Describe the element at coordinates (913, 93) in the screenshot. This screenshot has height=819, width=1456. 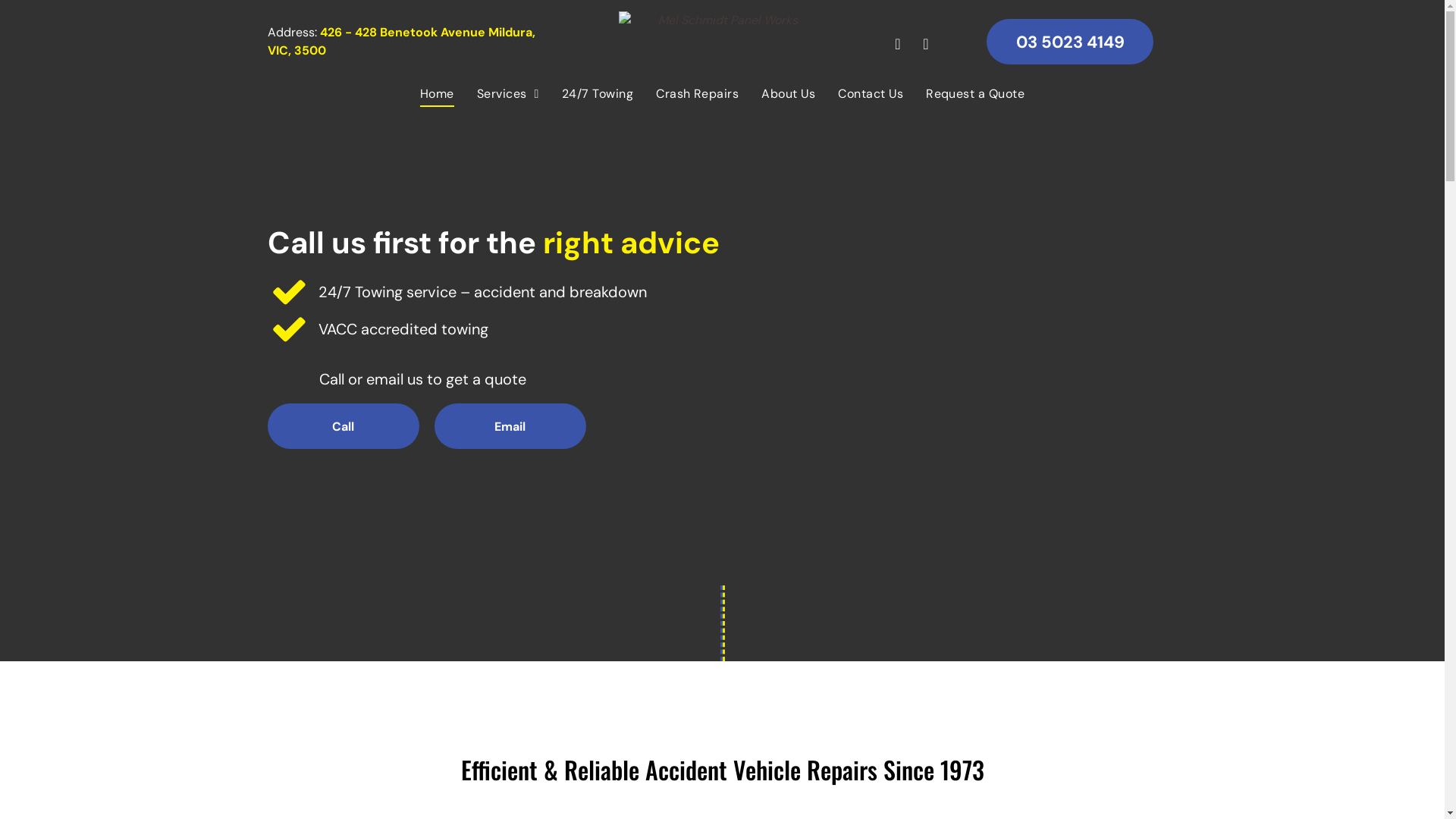
I see `'Request a Quote'` at that location.